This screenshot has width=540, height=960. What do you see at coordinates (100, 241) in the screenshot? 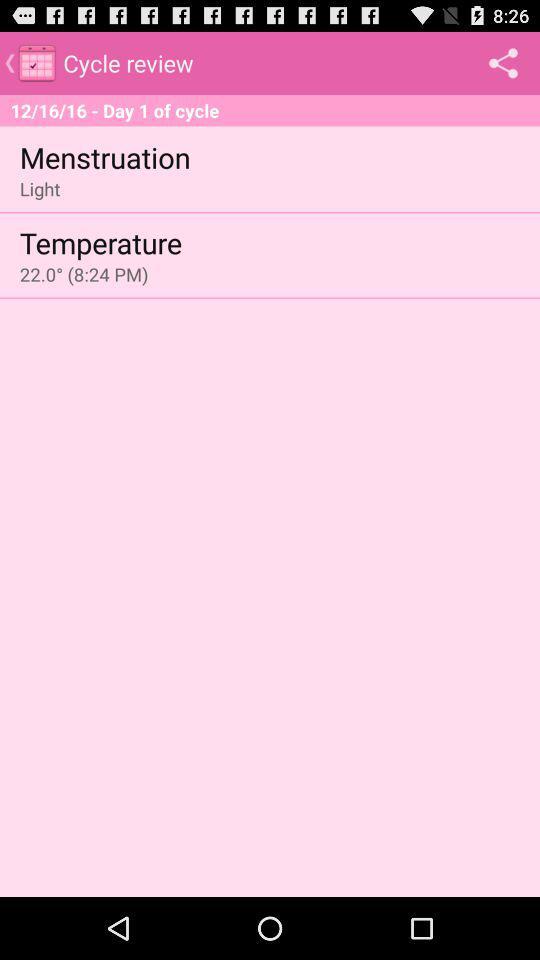
I see `item above 22 0 8 item` at bounding box center [100, 241].